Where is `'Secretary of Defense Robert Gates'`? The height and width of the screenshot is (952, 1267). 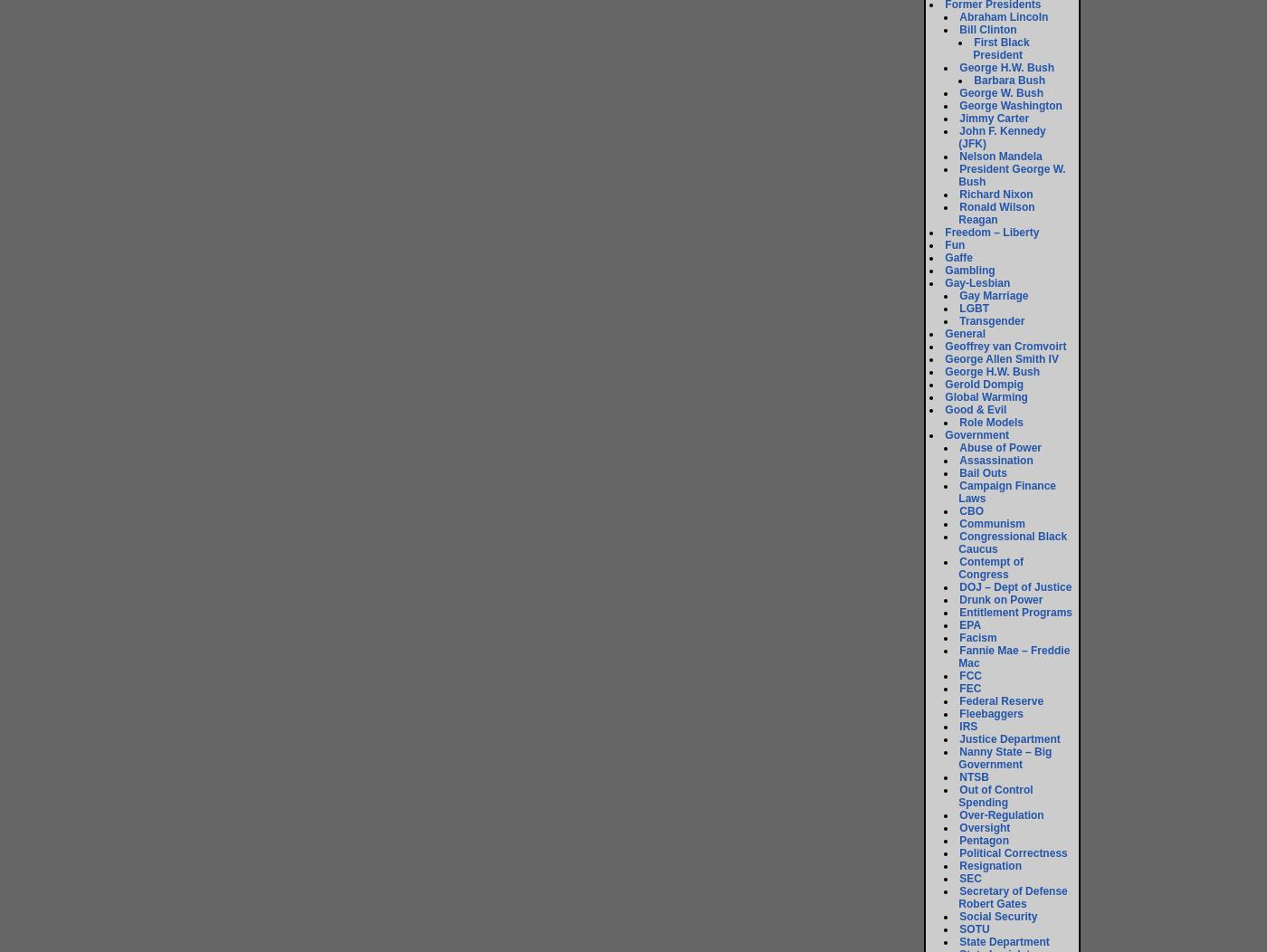
'Secretary of Defense Robert Gates' is located at coordinates (957, 898).